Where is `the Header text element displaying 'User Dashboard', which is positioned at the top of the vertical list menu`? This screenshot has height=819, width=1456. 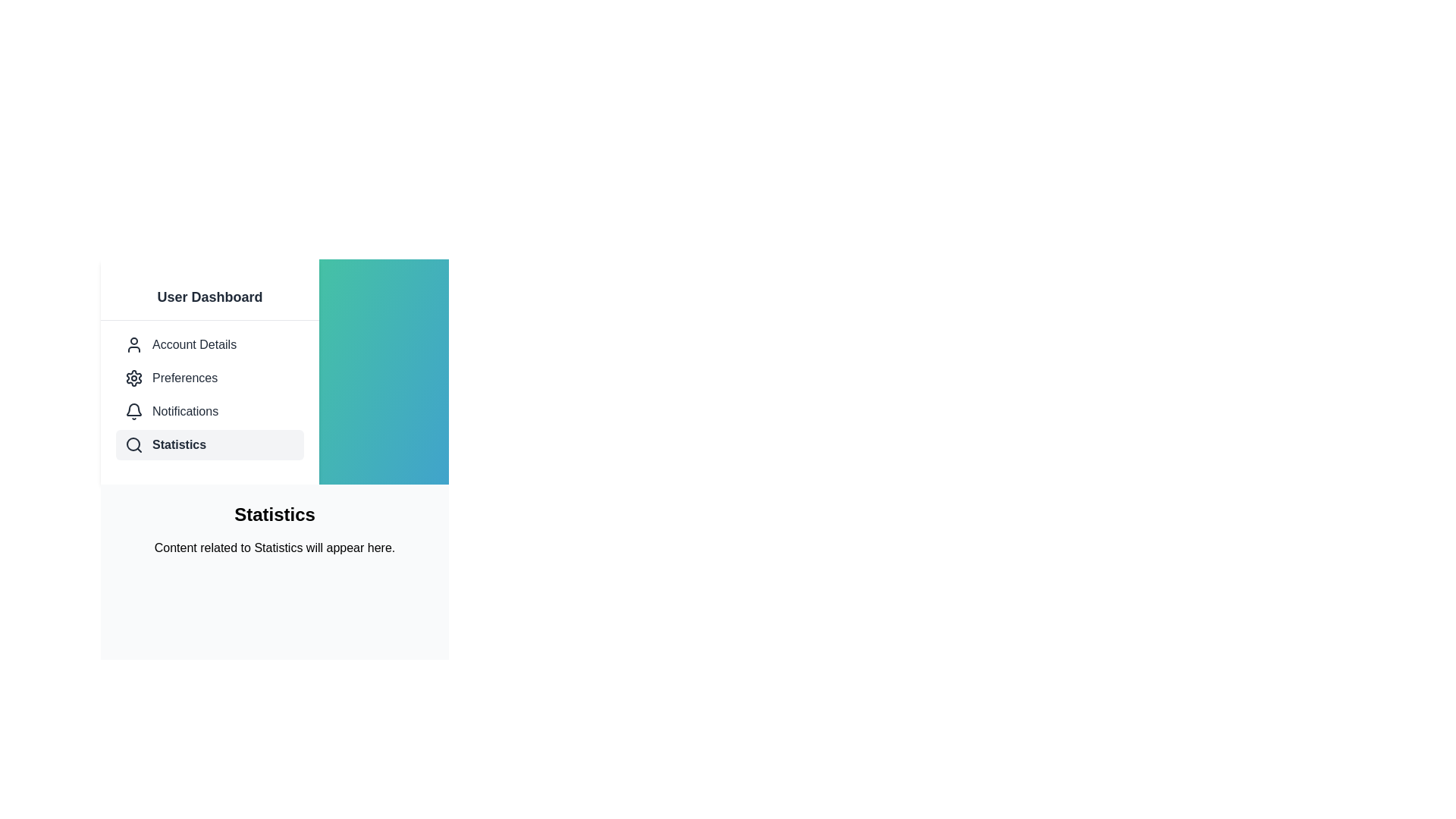
the Header text element displaying 'User Dashboard', which is positioned at the top of the vertical list menu is located at coordinates (209, 297).